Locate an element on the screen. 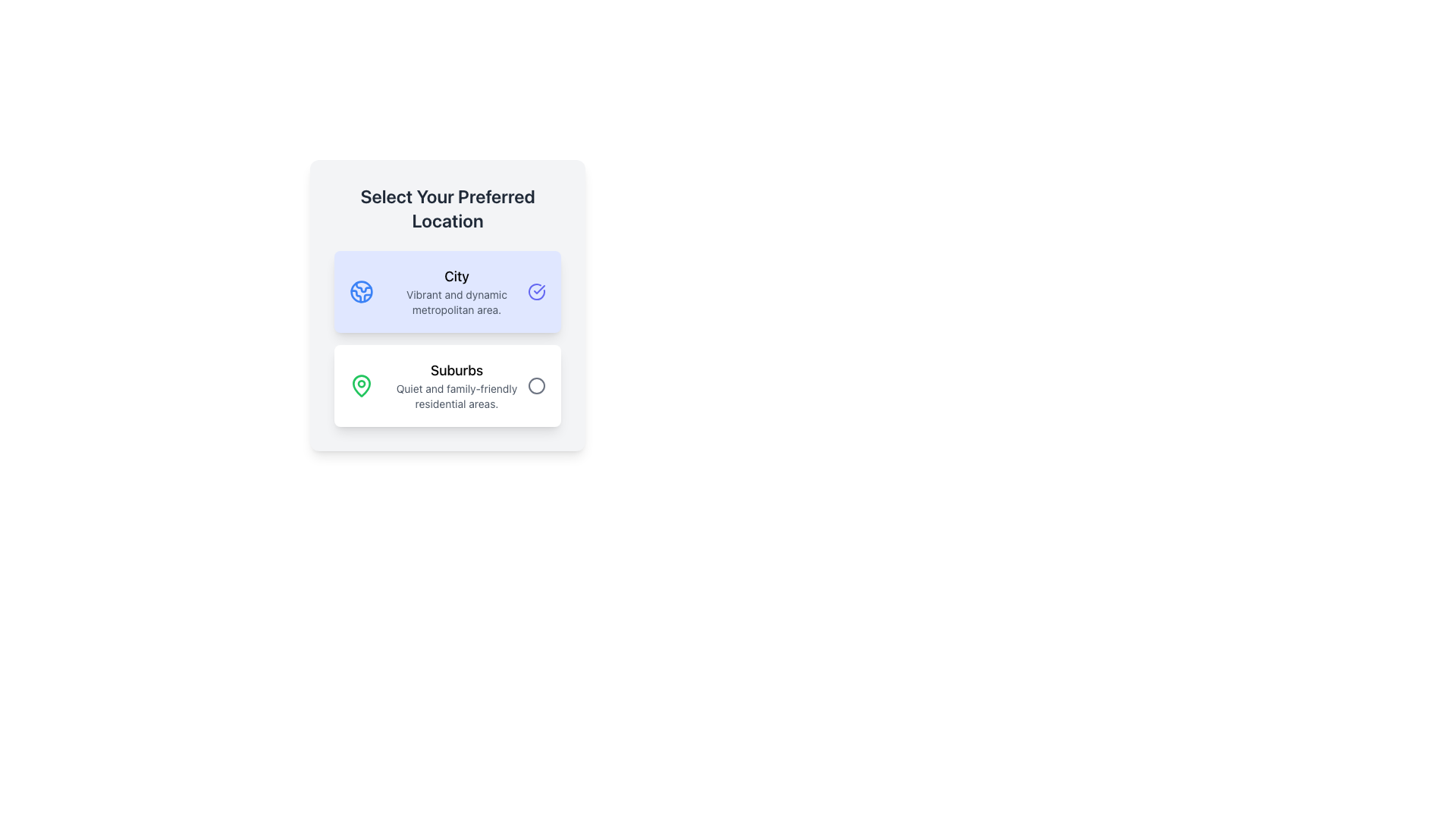  the blue circular SVG element representing a city, located in the upper left corner of the 'City' rectangle is located at coordinates (360, 292).